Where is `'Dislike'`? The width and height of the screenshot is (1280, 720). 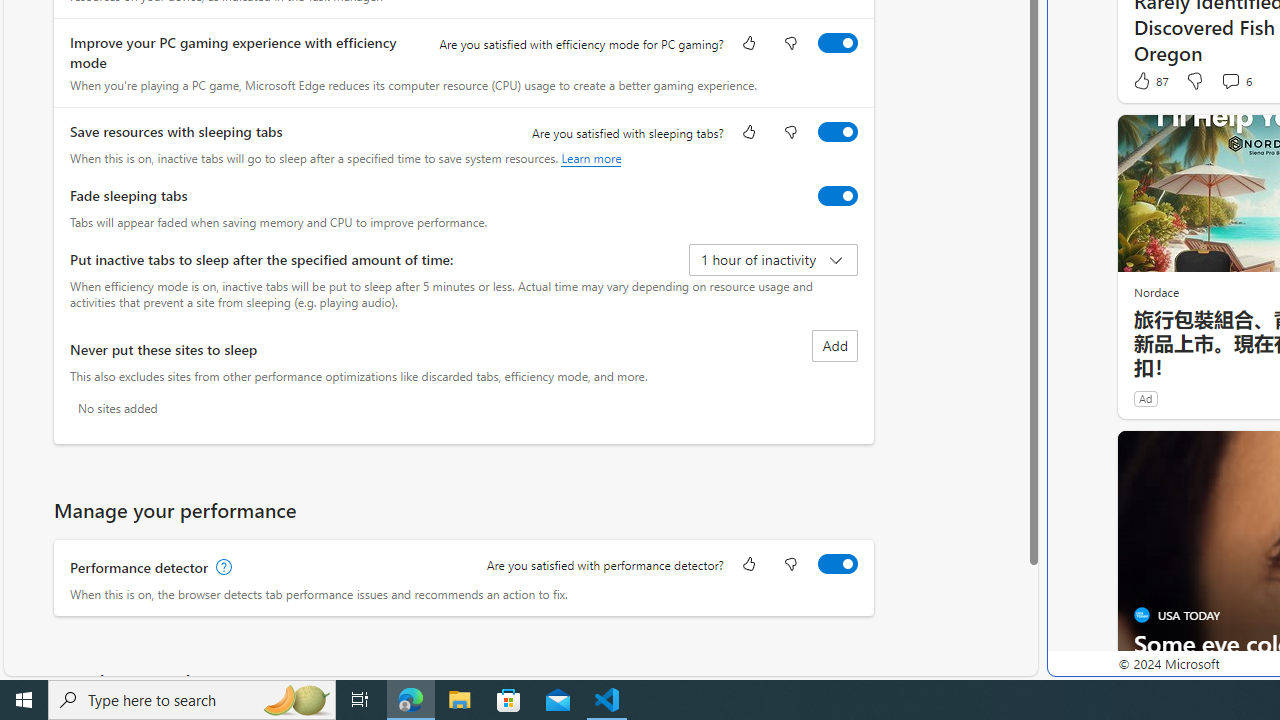
'Dislike' is located at coordinates (1194, 80).